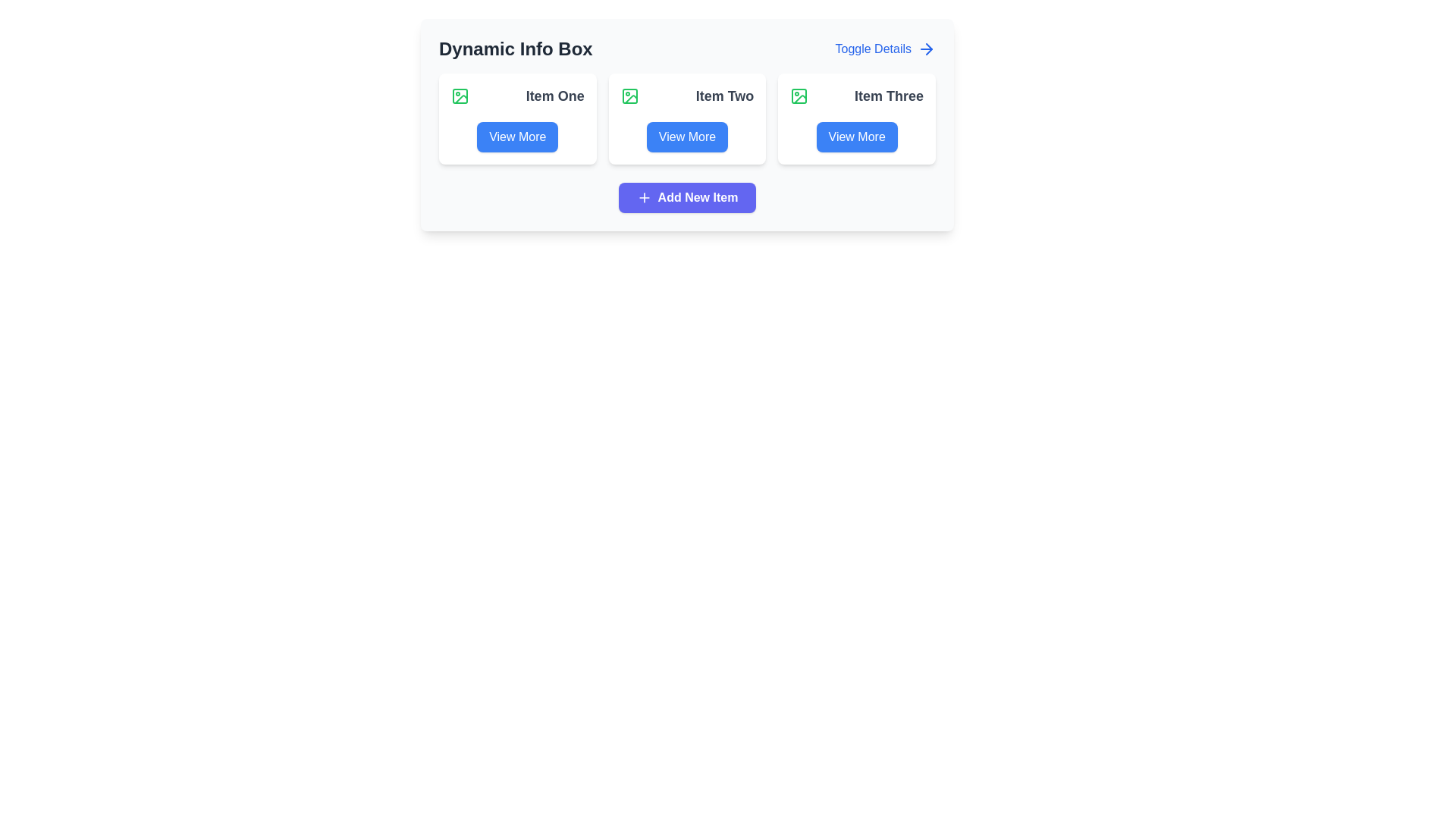 This screenshot has width=1456, height=819. What do you see at coordinates (686, 197) in the screenshot?
I see `the 'Add New Item' button, which has a blue background and white text, located at the bottom of the 'Dynamic Info Box' component` at bounding box center [686, 197].